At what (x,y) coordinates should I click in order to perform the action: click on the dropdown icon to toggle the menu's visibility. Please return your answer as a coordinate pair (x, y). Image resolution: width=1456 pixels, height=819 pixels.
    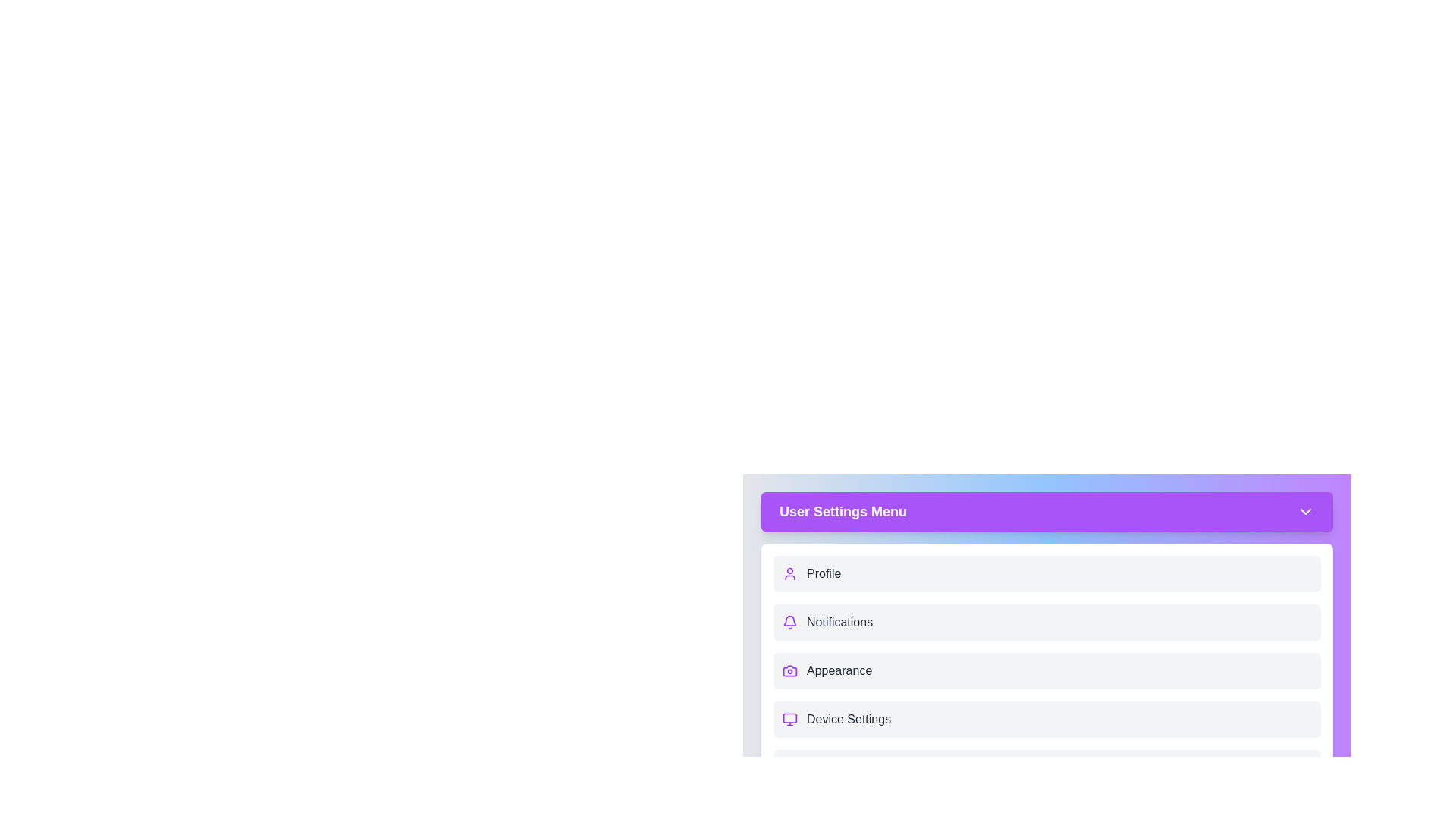
    Looking at the image, I should click on (1305, 512).